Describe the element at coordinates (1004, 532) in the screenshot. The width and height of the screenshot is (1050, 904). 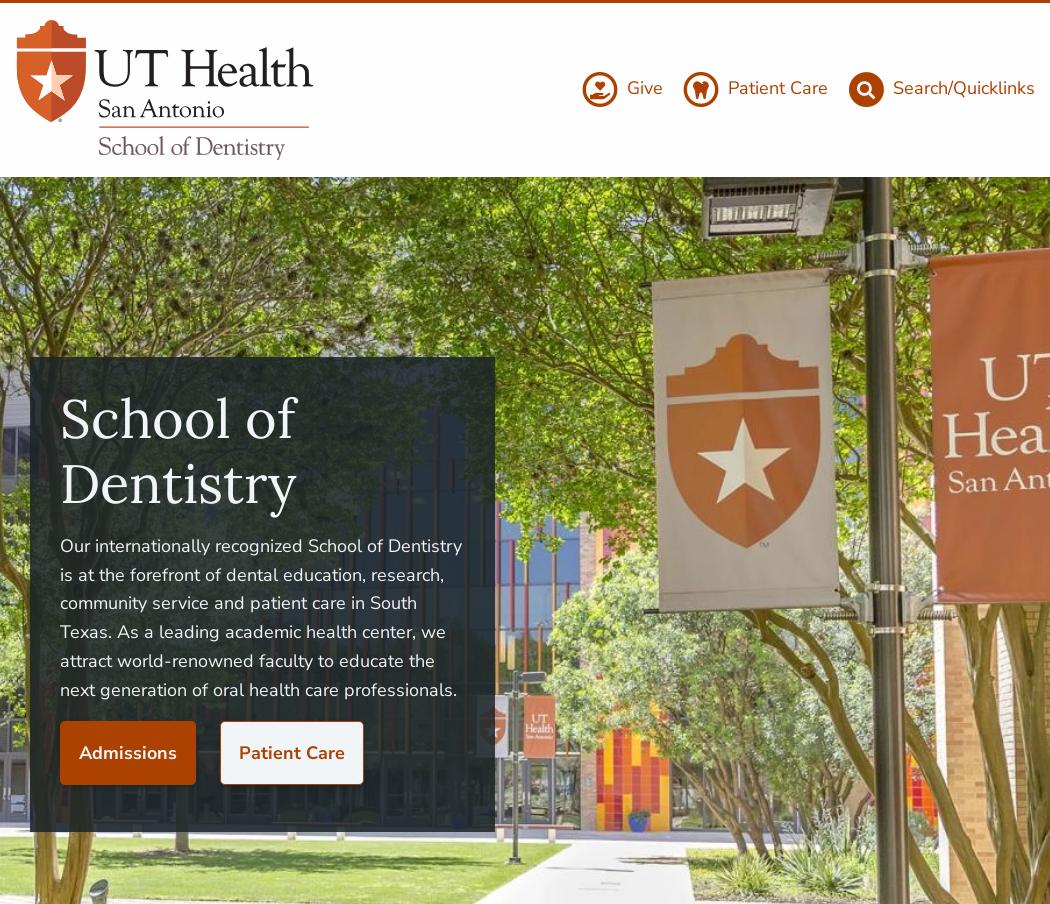
I see `'Events'` at that location.